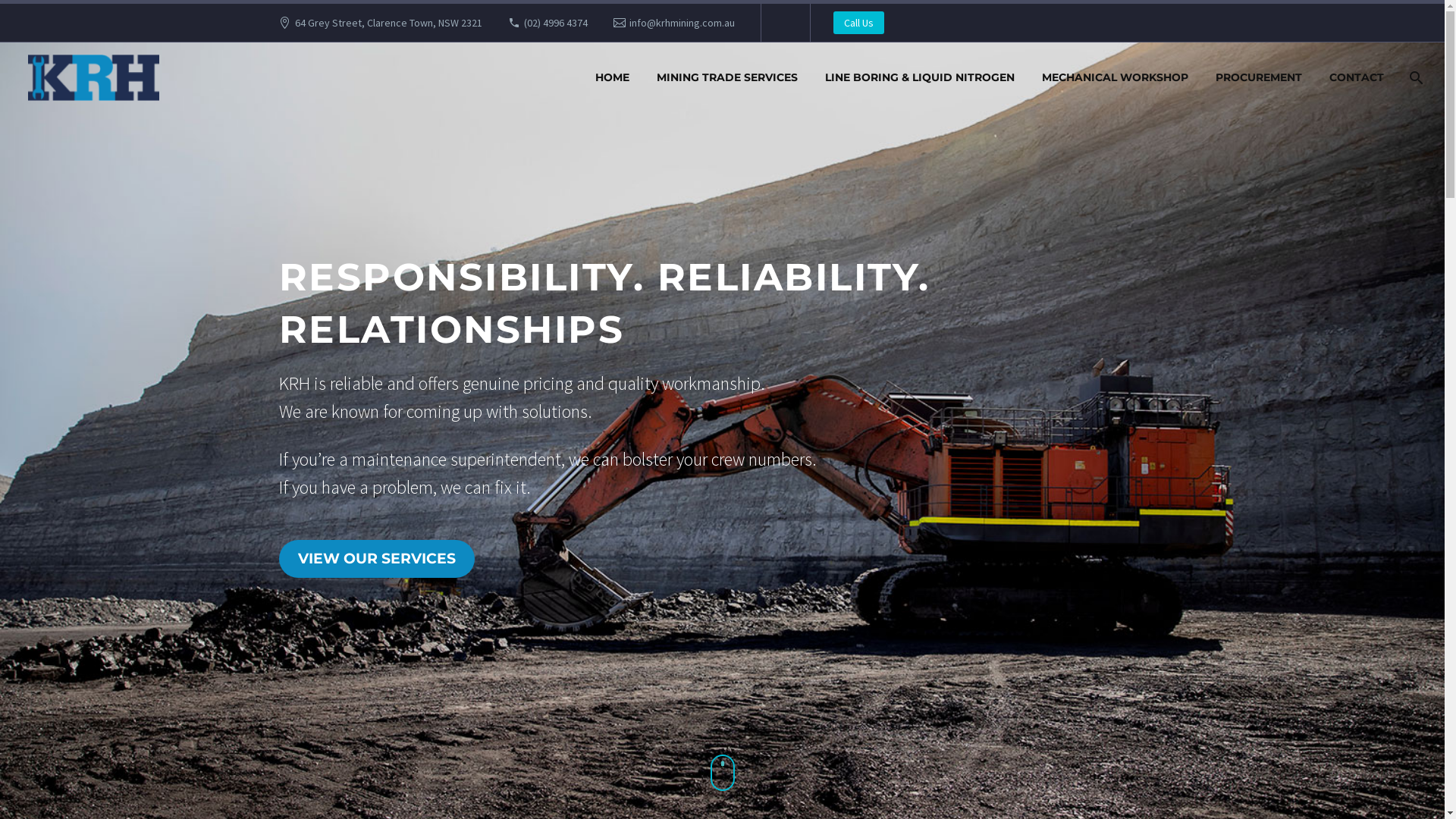 This screenshot has height=819, width=1456. Describe the element at coordinates (629, 23) in the screenshot. I see `'info@krhmining.com.au'` at that location.